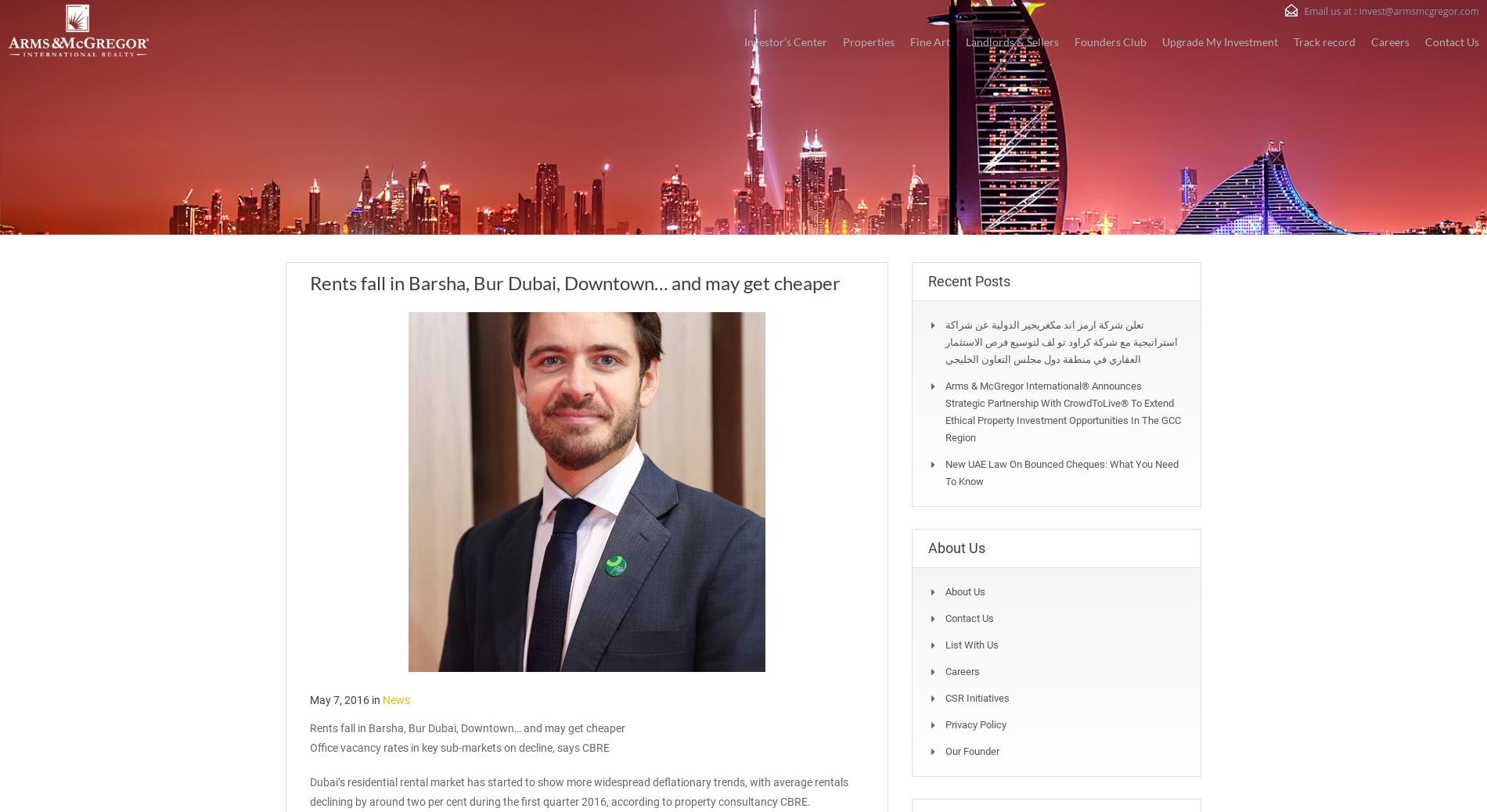 Image resolution: width=1487 pixels, height=812 pixels. I want to click on 'Track record', so click(1323, 40).